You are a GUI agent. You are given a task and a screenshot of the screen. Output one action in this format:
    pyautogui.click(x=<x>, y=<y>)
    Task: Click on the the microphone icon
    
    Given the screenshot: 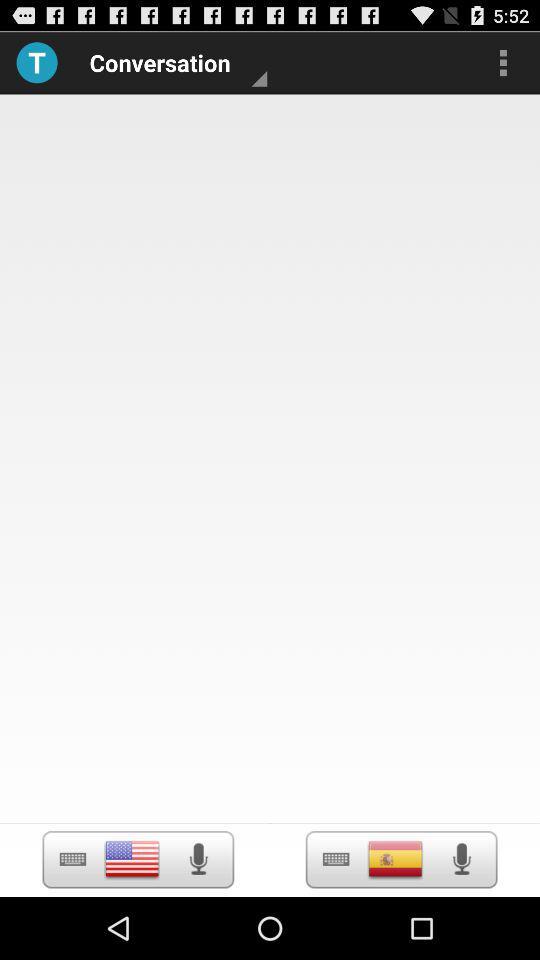 What is the action you would take?
    pyautogui.click(x=198, y=920)
    